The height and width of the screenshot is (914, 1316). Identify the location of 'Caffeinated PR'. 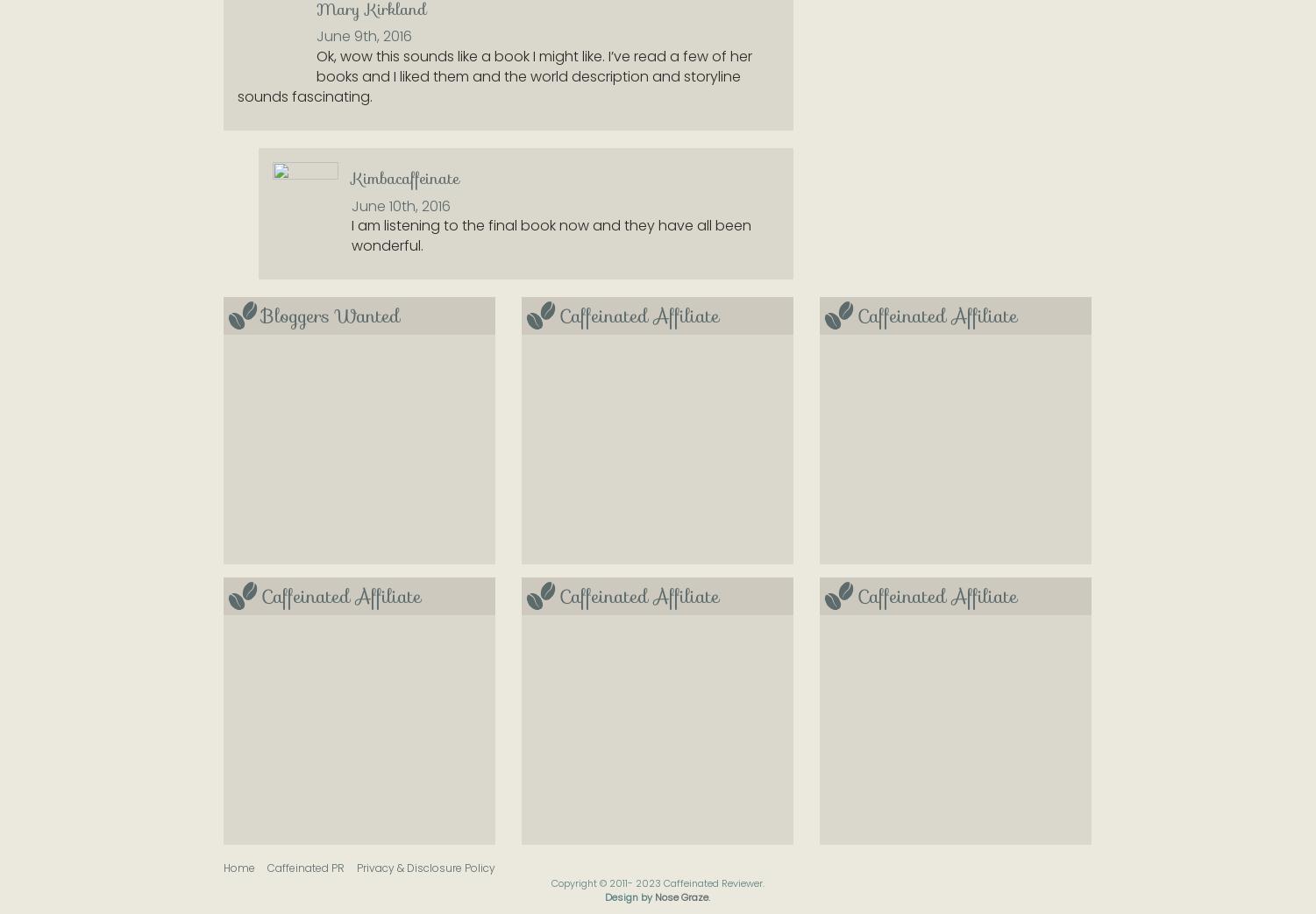
(267, 867).